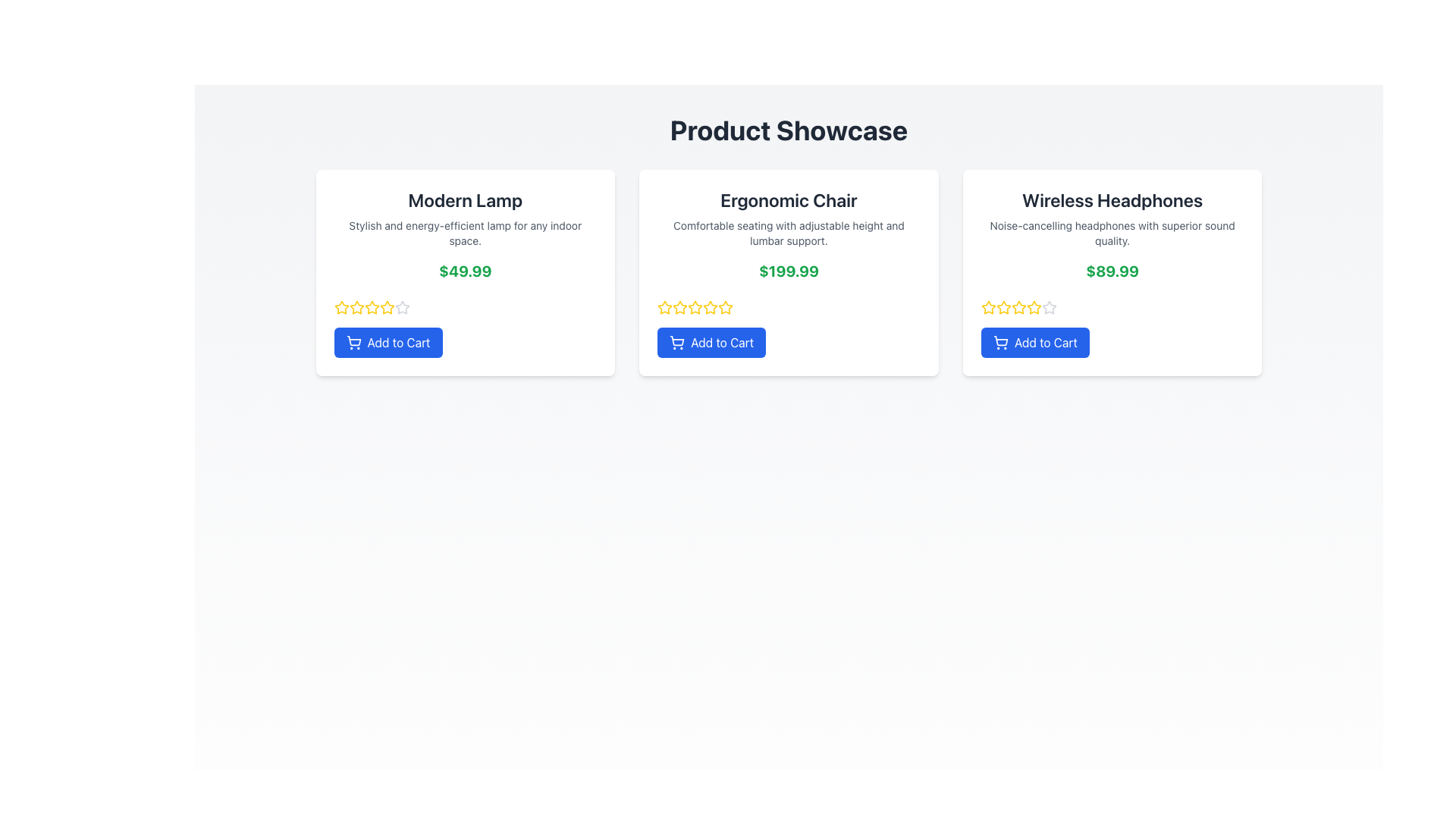  I want to click on the fourth star icon in the rating indicator for the 'Modern Lamp' product, which visually represents a rating level, so click(402, 307).